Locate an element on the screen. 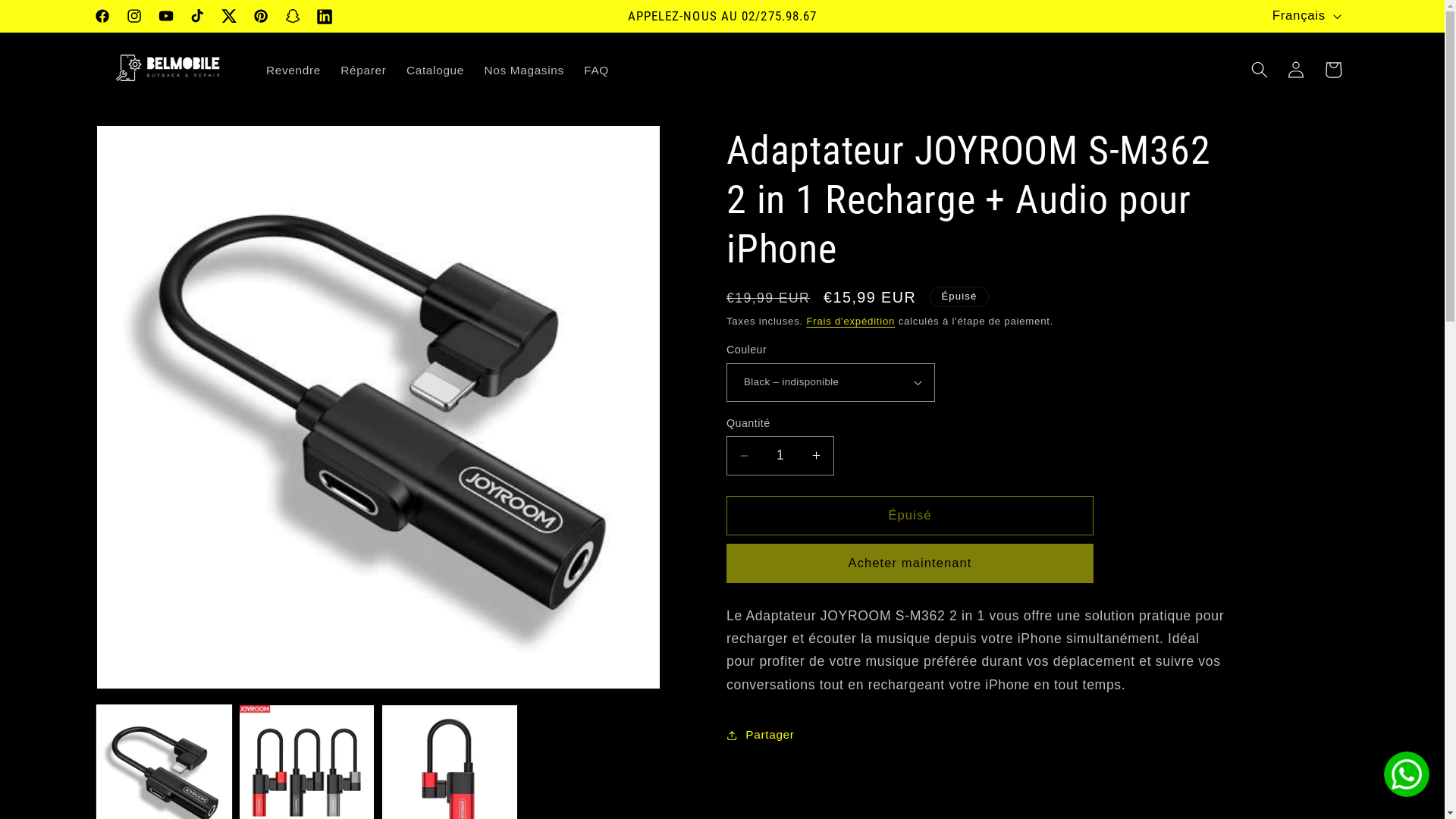  'FAQ' is located at coordinates (595, 70).